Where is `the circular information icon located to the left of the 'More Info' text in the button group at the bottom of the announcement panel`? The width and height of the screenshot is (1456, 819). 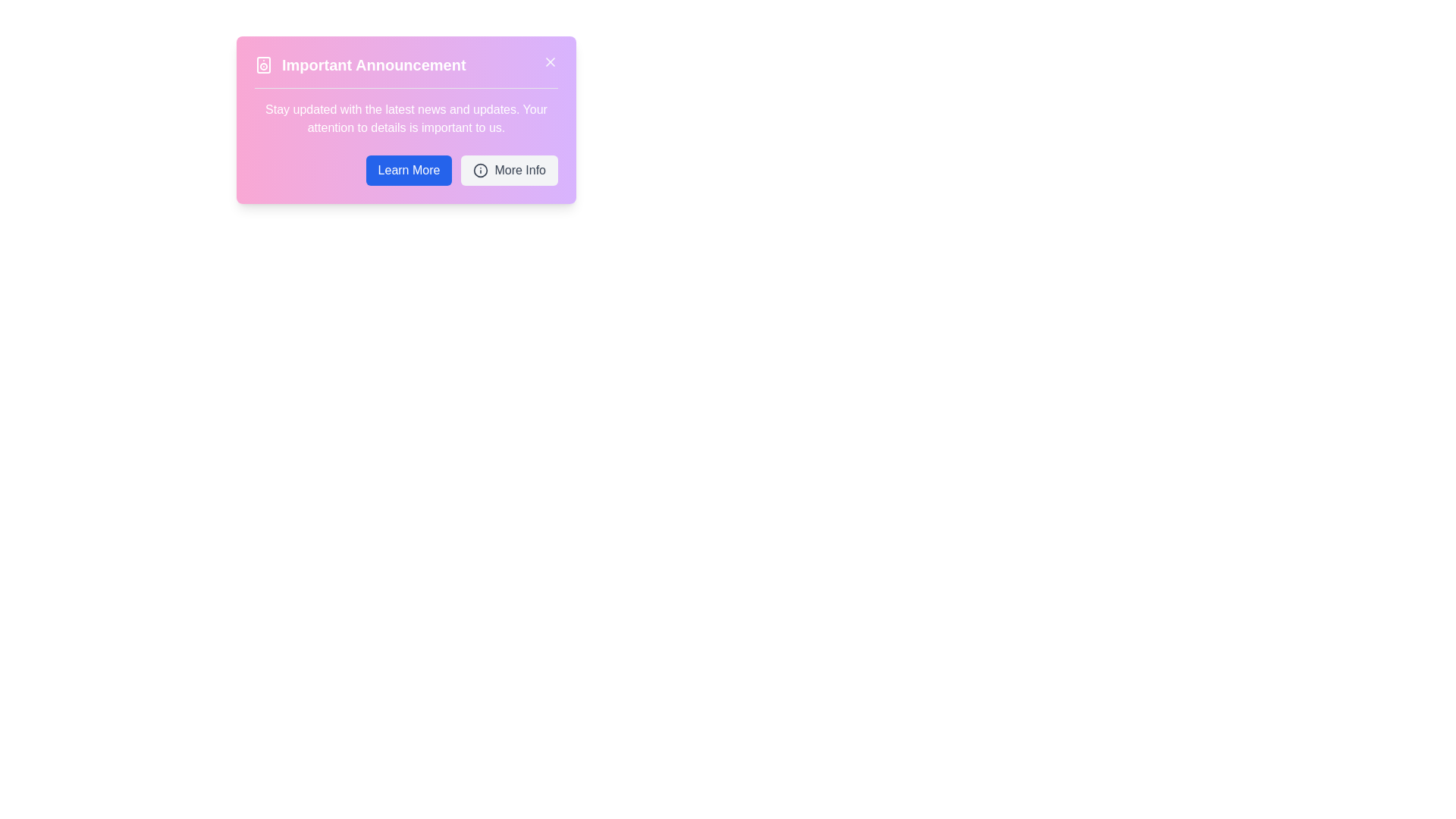 the circular information icon located to the left of the 'More Info' text in the button group at the bottom of the announcement panel is located at coordinates (480, 170).